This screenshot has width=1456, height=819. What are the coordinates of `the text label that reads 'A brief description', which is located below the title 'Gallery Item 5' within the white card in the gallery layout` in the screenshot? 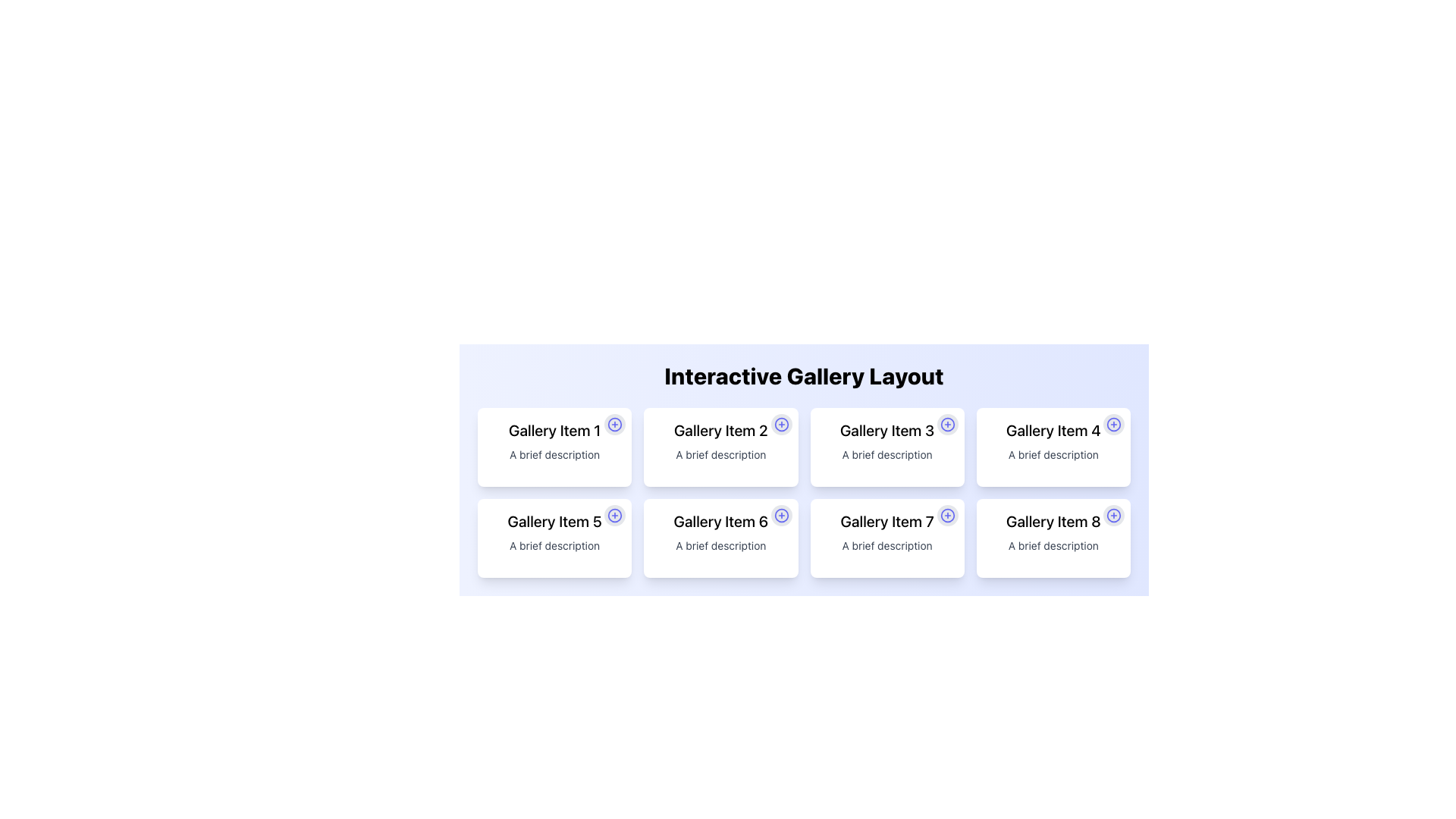 It's located at (554, 546).